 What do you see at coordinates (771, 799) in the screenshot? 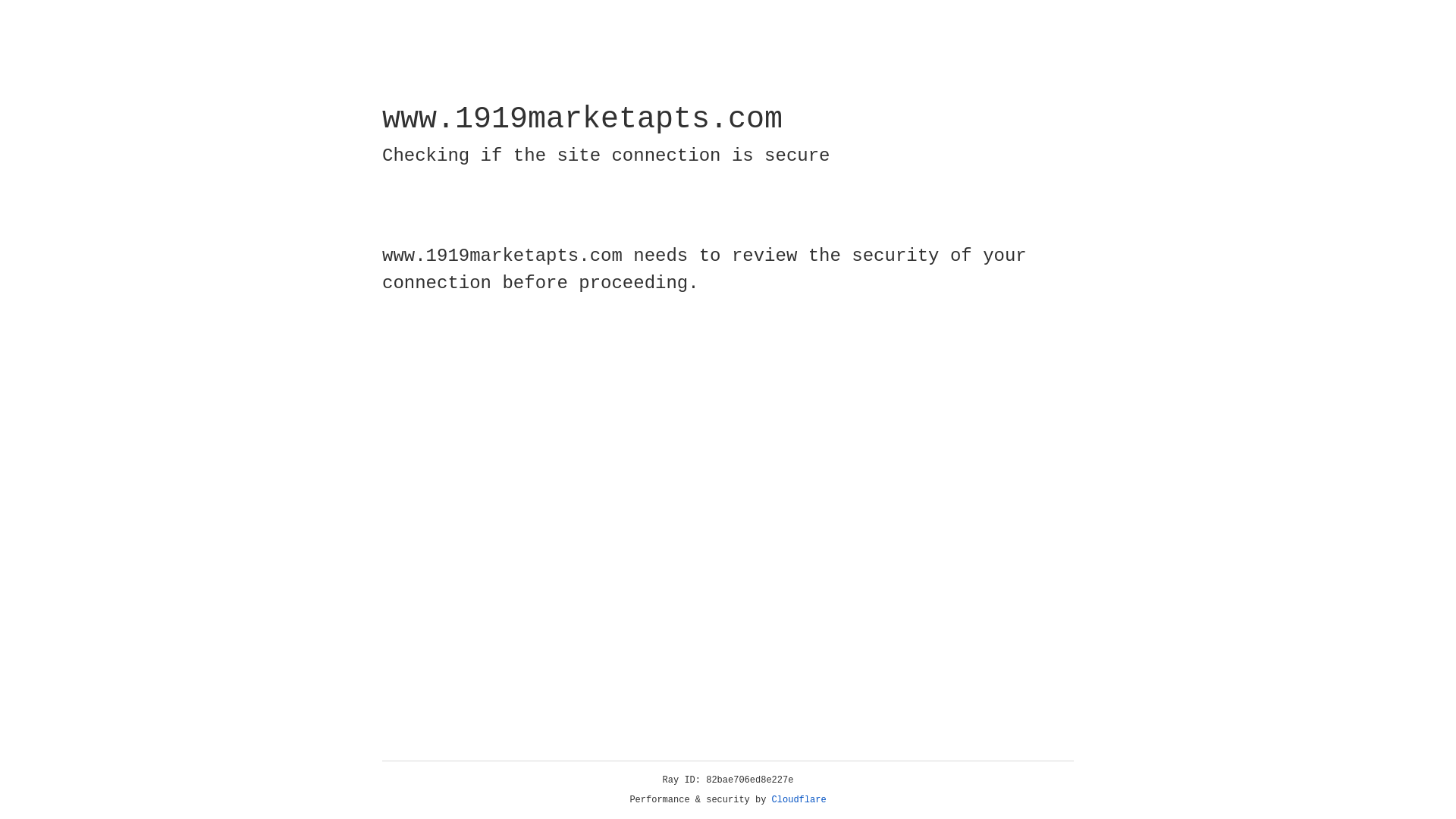
I see `'Cloudflare'` at bounding box center [771, 799].